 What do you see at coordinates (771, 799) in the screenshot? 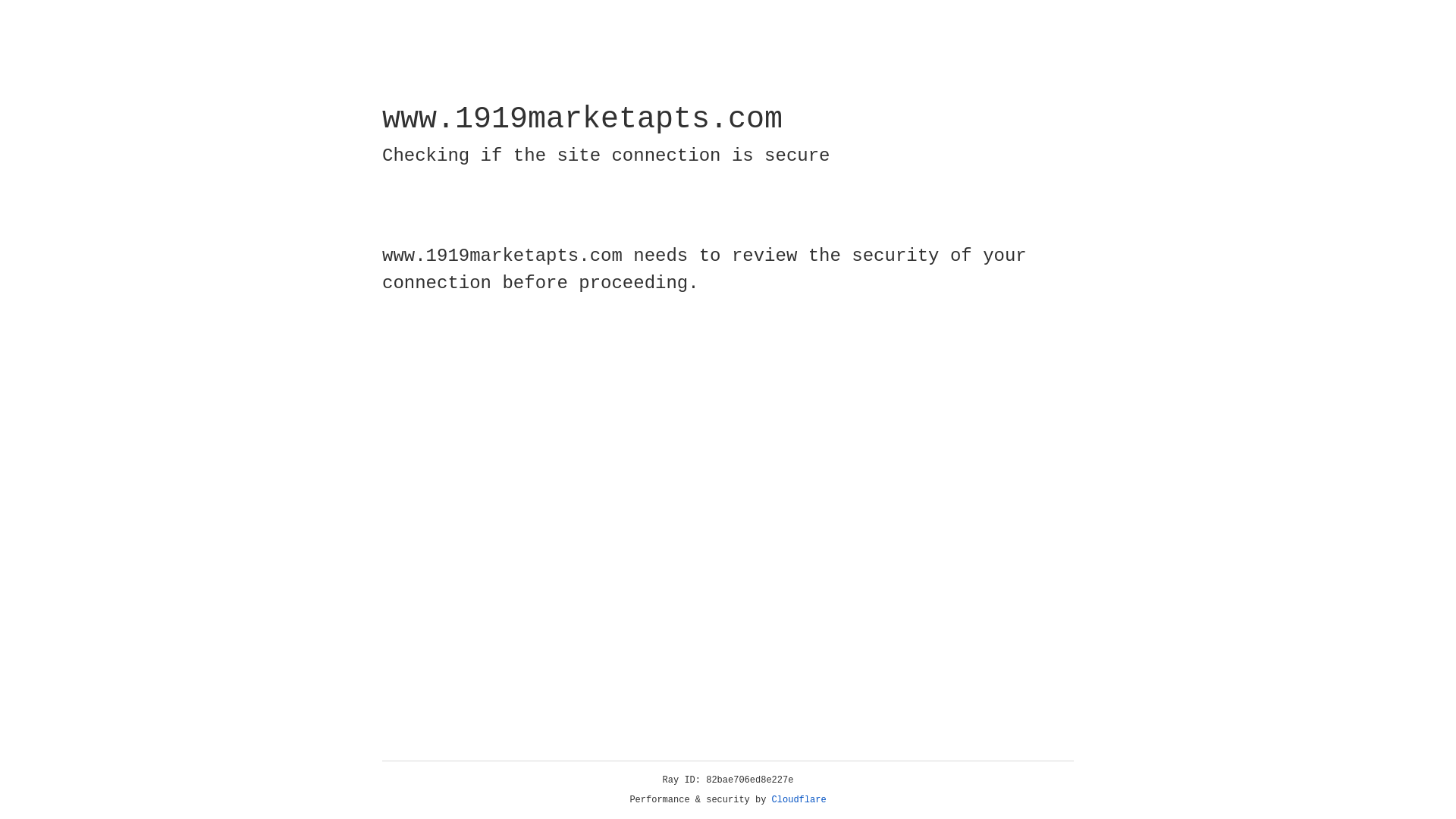
I see `'Cloudflare'` at bounding box center [771, 799].